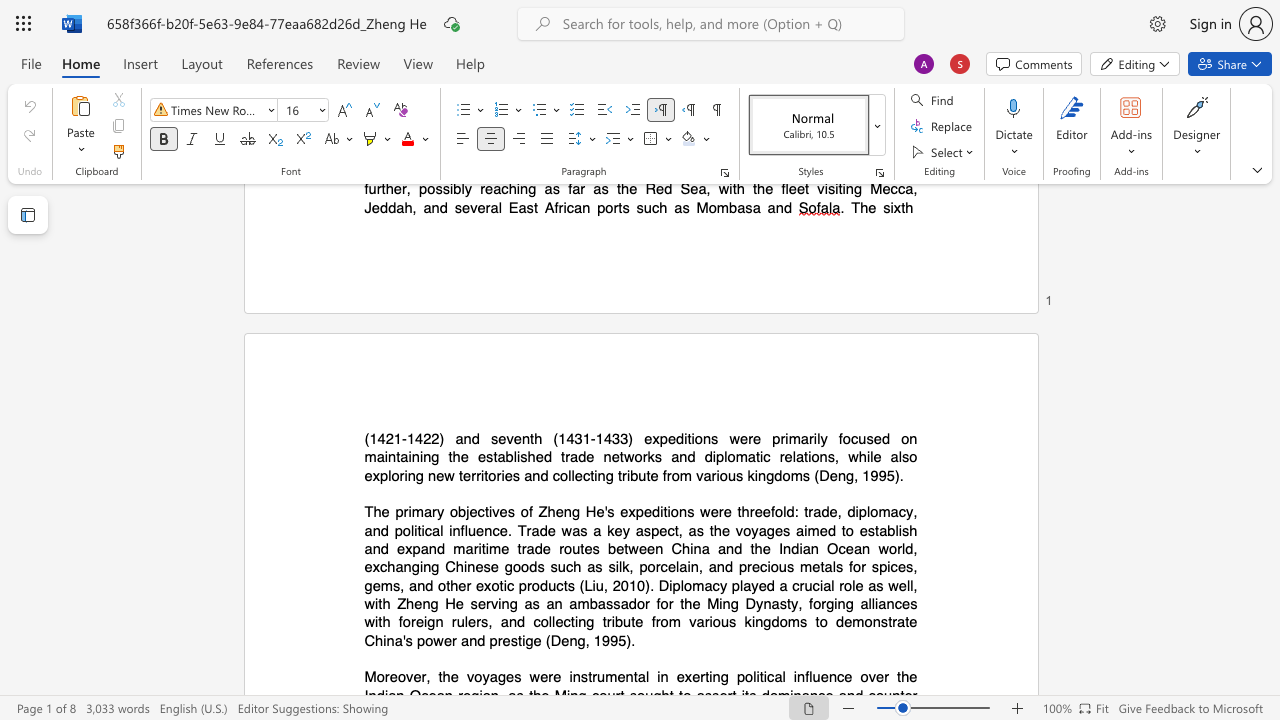  What do you see at coordinates (526, 529) in the screenshot?
I see `the subset text "rade was a key" within the text "of Zheng He"` at bounding box center [526, 529].